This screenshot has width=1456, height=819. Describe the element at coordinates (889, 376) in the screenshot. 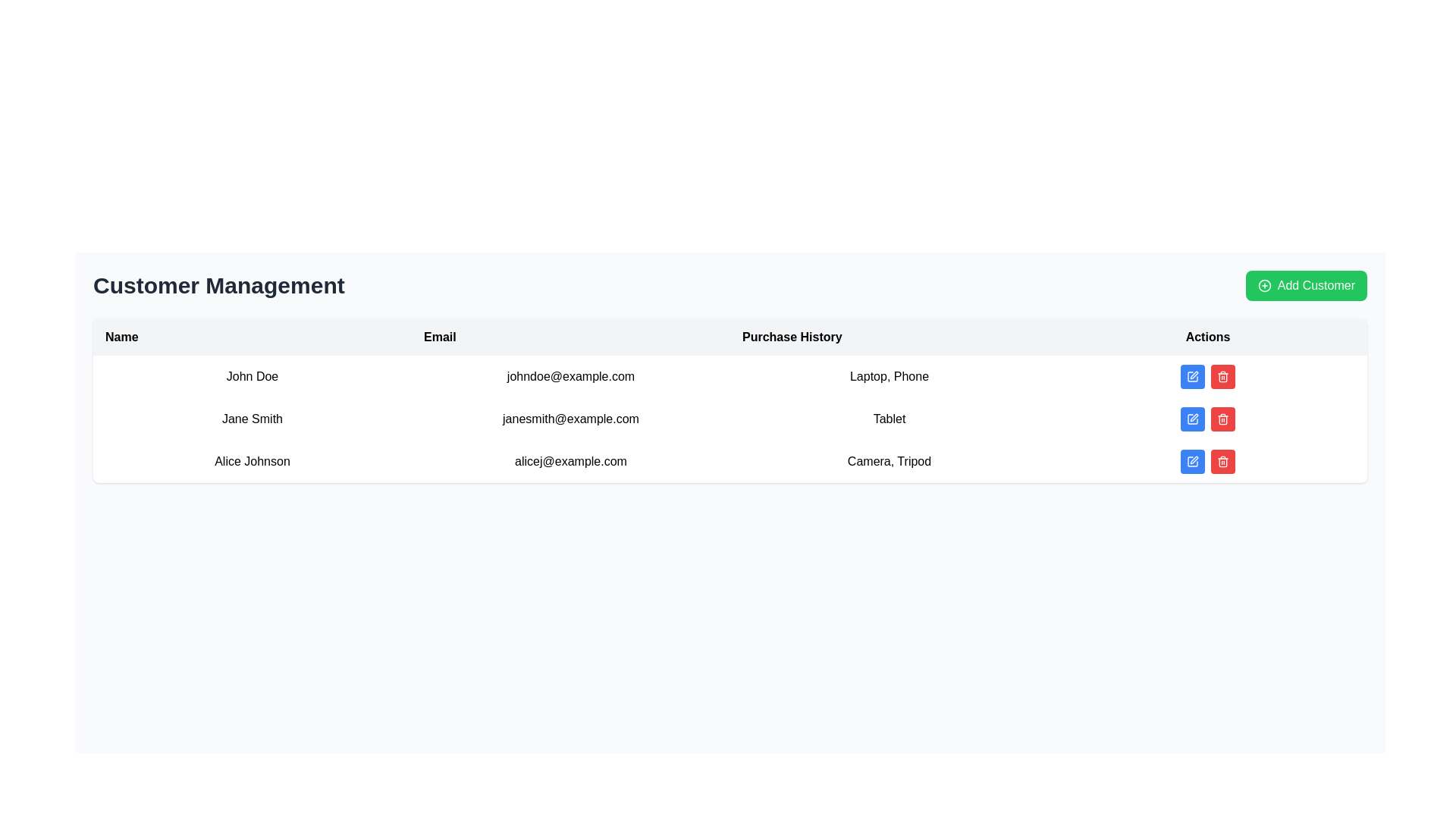

I see `the Text display in the third column of the first row under the 'Purchase History' section, which shows the purchased items for John Doe, adjacent to 'johndoe@example.com'` at that location.